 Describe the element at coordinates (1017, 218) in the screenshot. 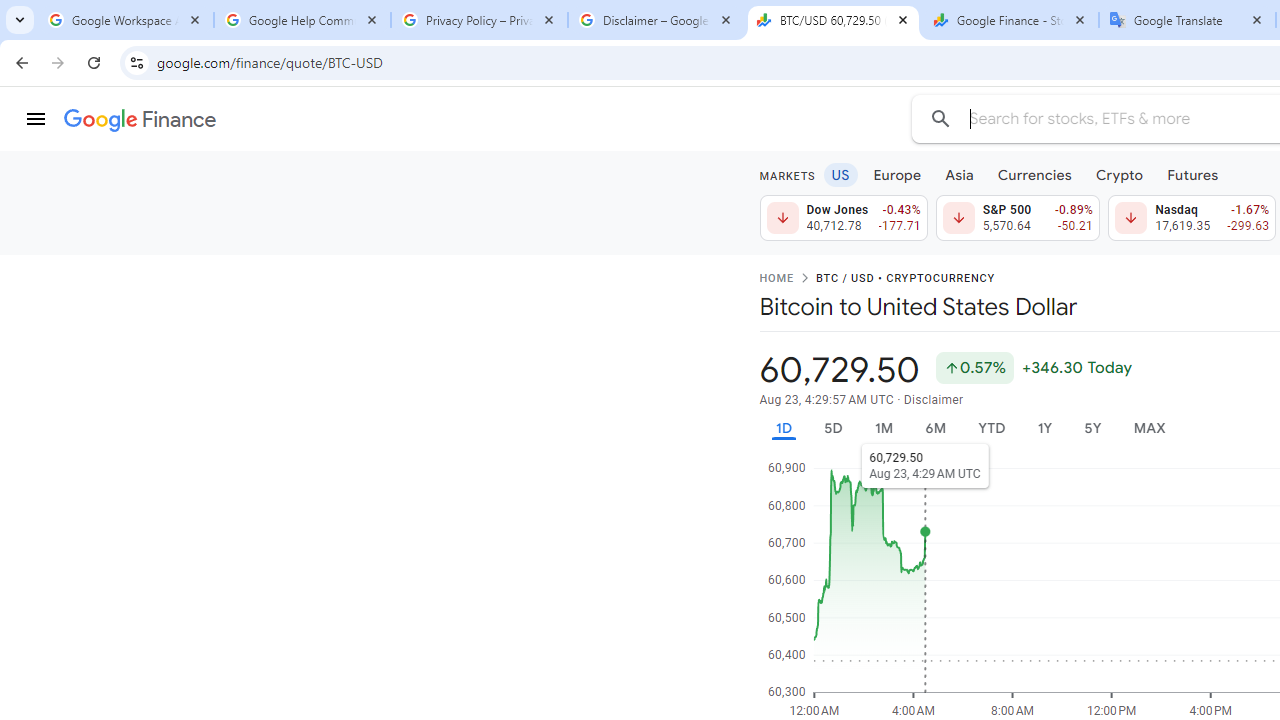

I see `'S&P 500 5,570.64 Down by 0.89% -50.21'` at that location.